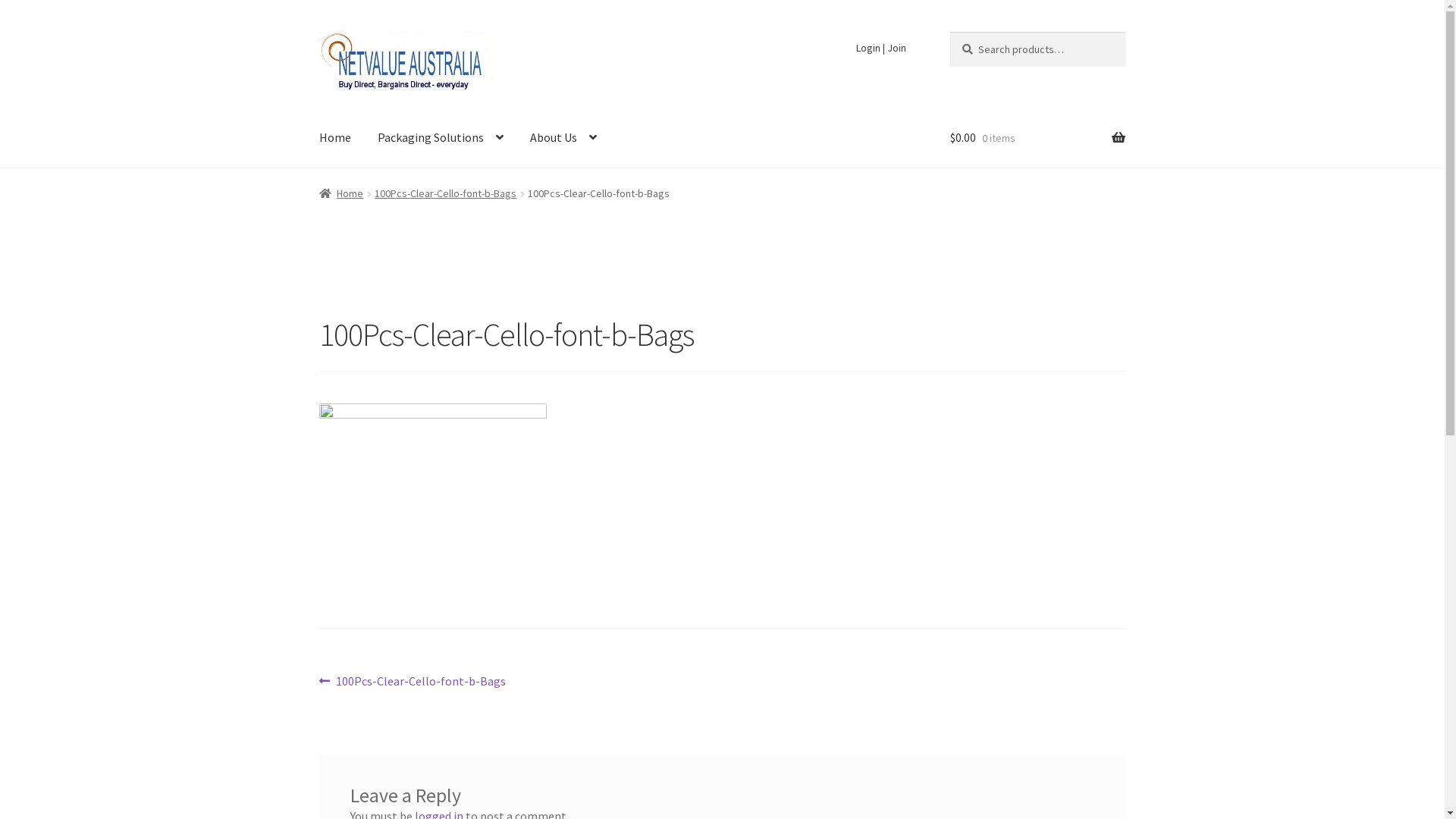  Describe the element at coordinates (517, 137) in the screenshot. I see `'About Us'` at that location.